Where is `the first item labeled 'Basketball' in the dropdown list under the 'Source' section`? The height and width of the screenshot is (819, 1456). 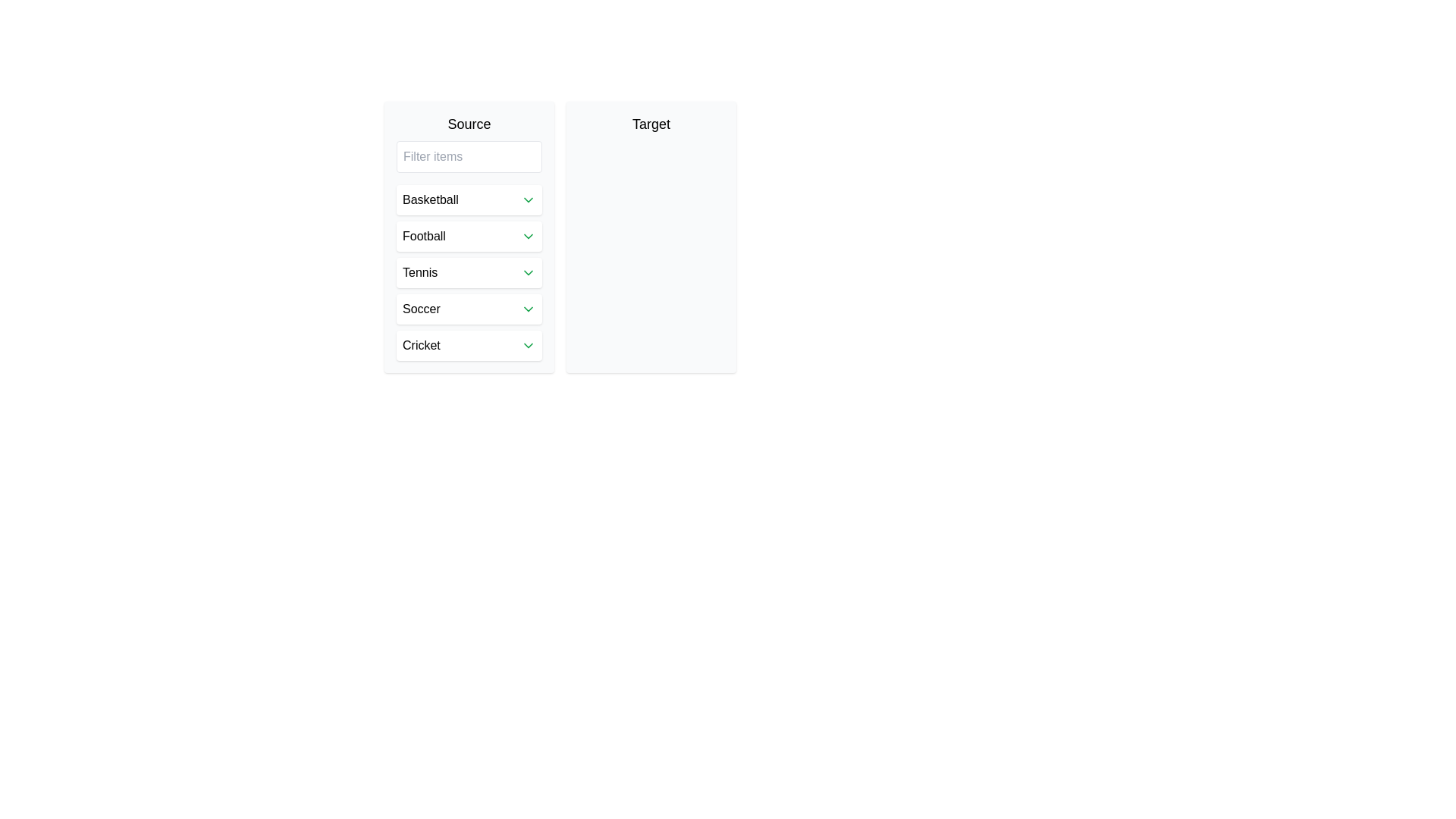 the first item labeled 'Basketball' in the dropdown list under the 'Source' section is located at coordinates (469, 199).